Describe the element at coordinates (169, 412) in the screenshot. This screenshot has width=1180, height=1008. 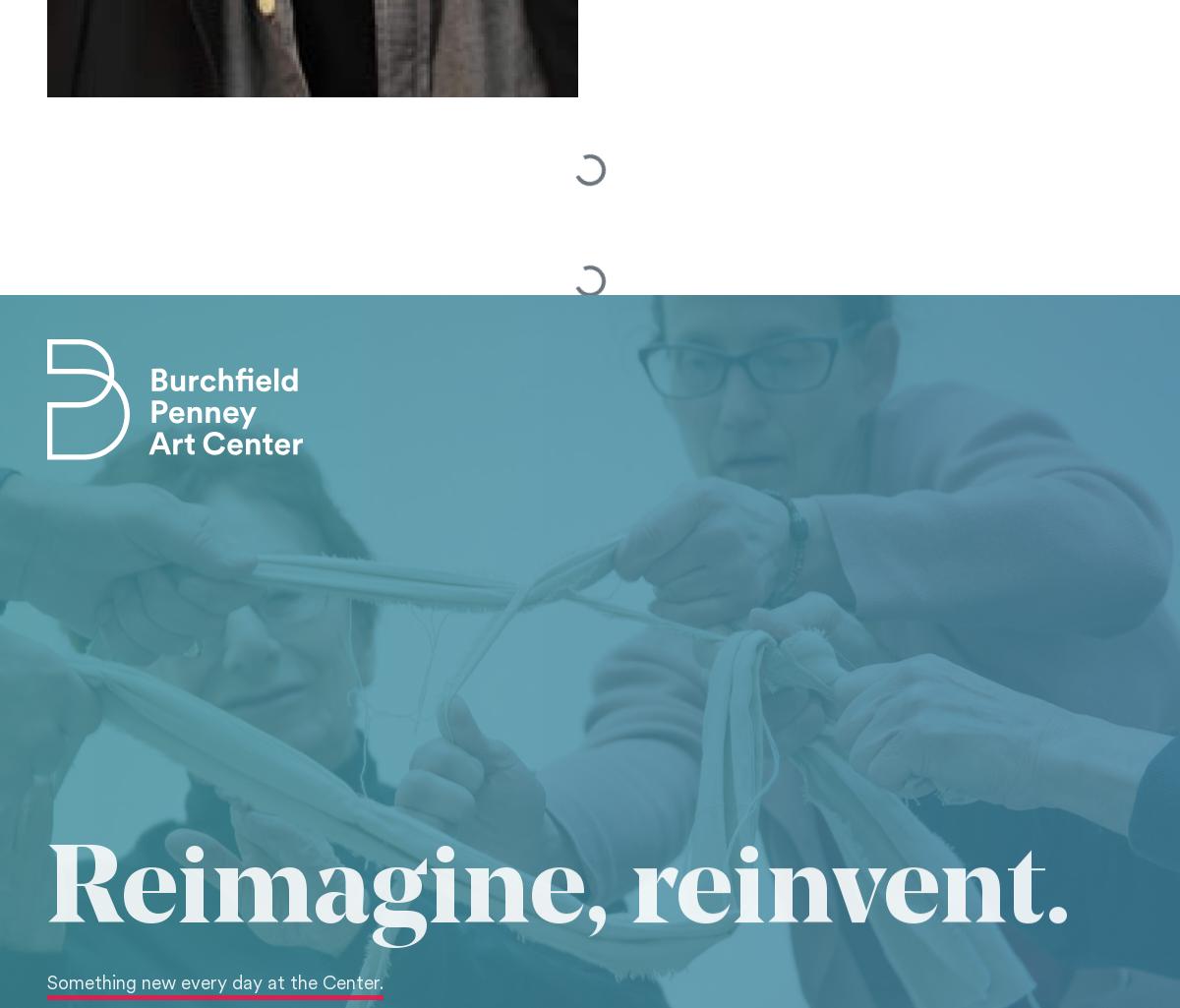
I see `'email'` at that location.